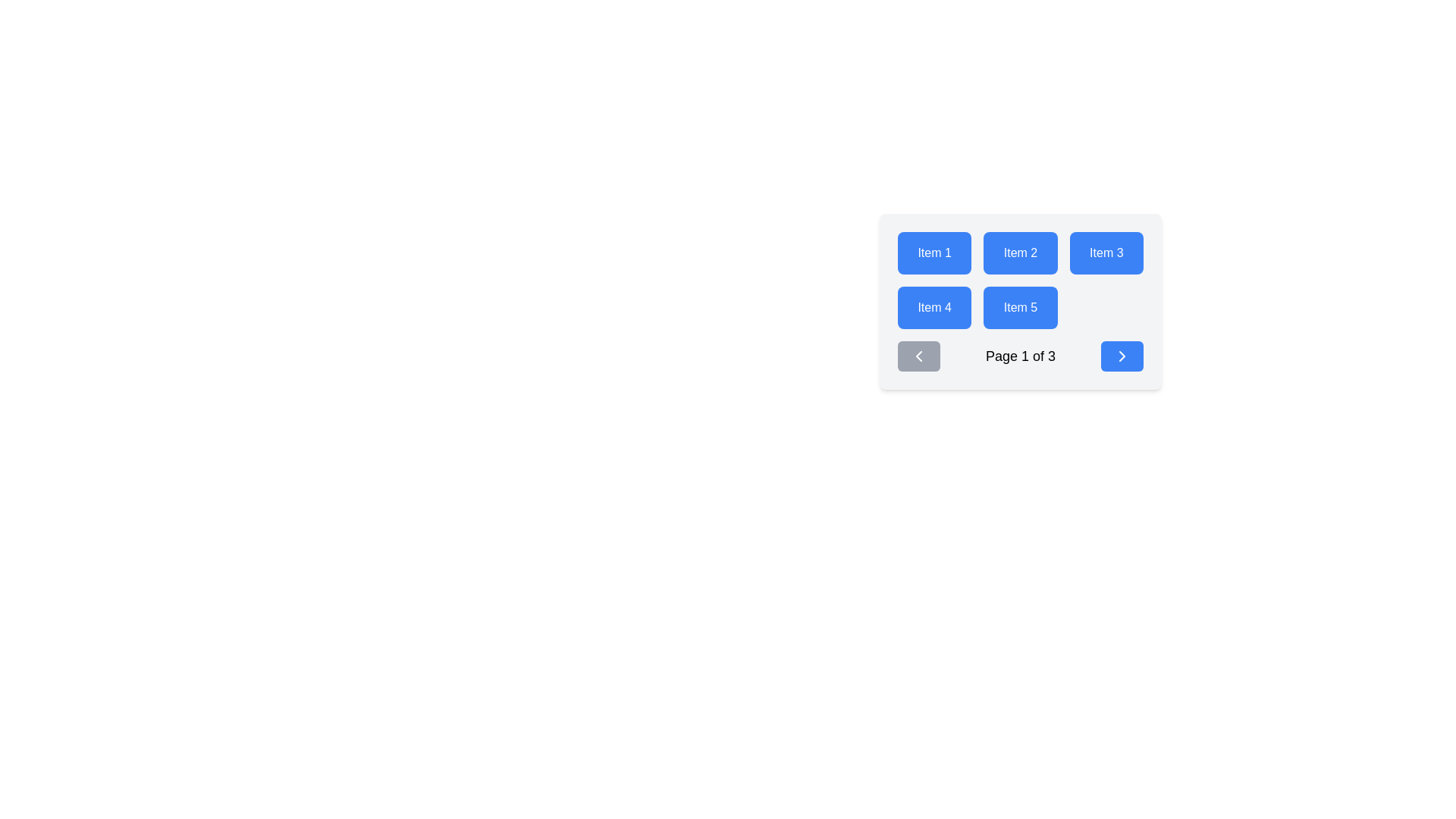 The image size is (1456, 819). Describe the element at coordinates (918, 356) in the screenshot. I see `the inactive pagination control button located to the left of 'Page 1 of 3' in the pagination area below the grid of items labeled 'Item 1' to 'Item 5'` at that location.